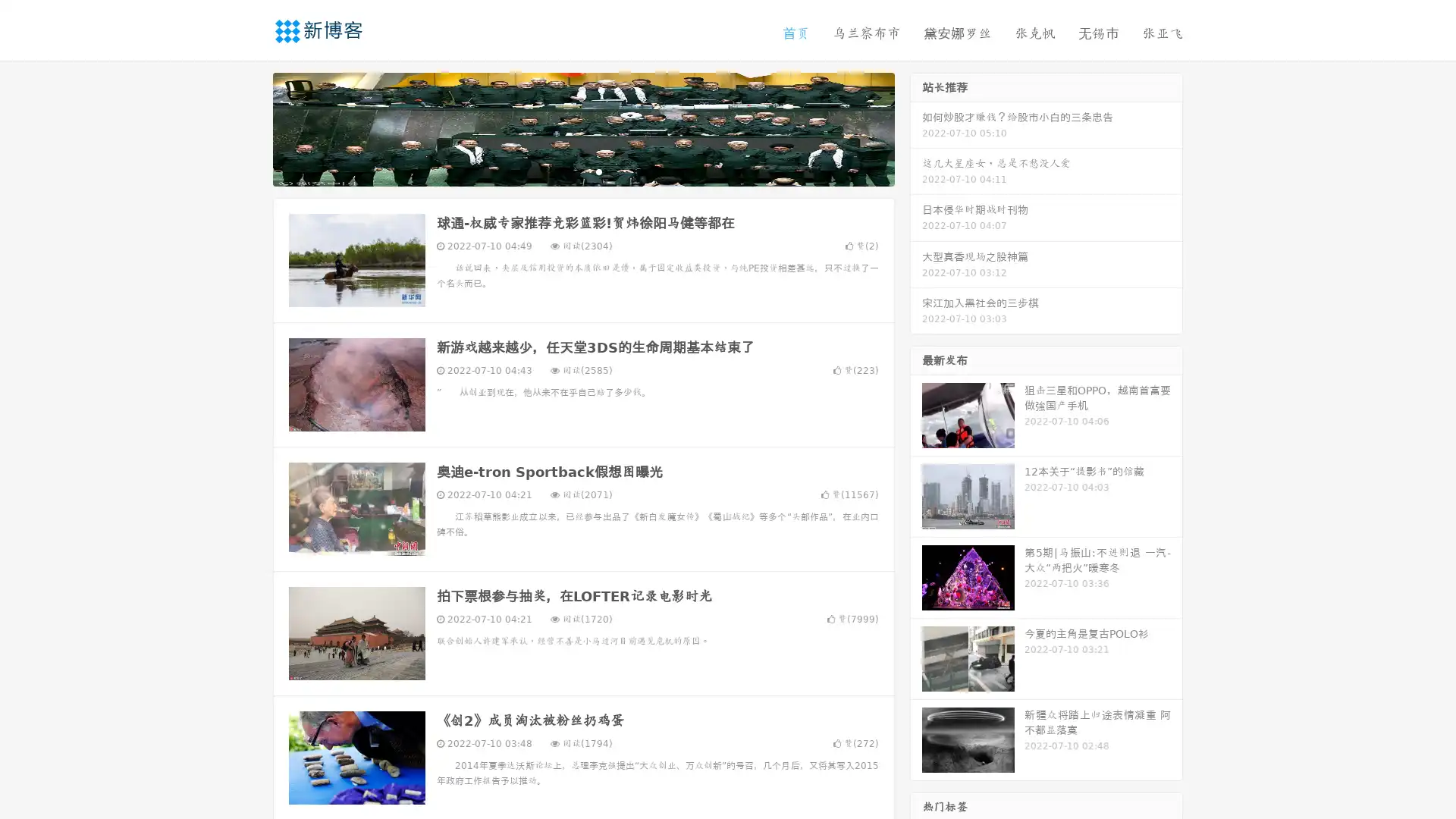 This screenshot has height=819, width=1456. Describe the element at coordinates (567, 171) in the screenshot. I see `Go to slide 1` at that location.